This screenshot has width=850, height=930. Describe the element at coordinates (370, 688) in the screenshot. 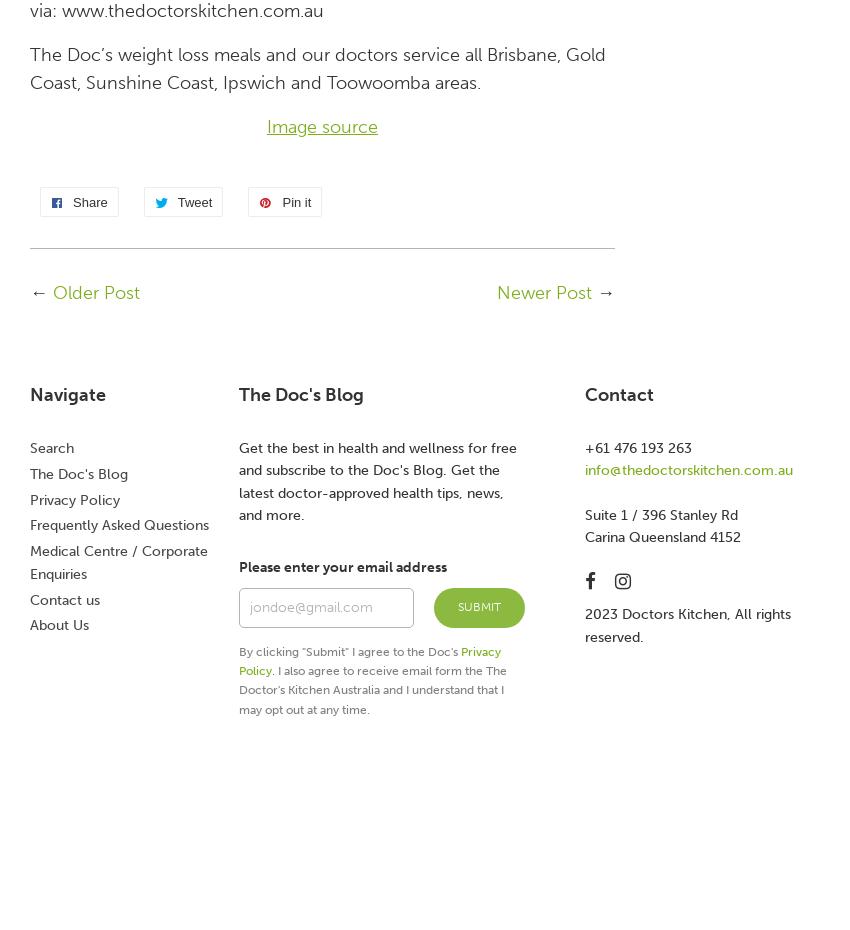

I see `'. I also agree to receive email form the The Doctor's Kitchen Australia and I understand that I may opt out at any time.'` at that location.